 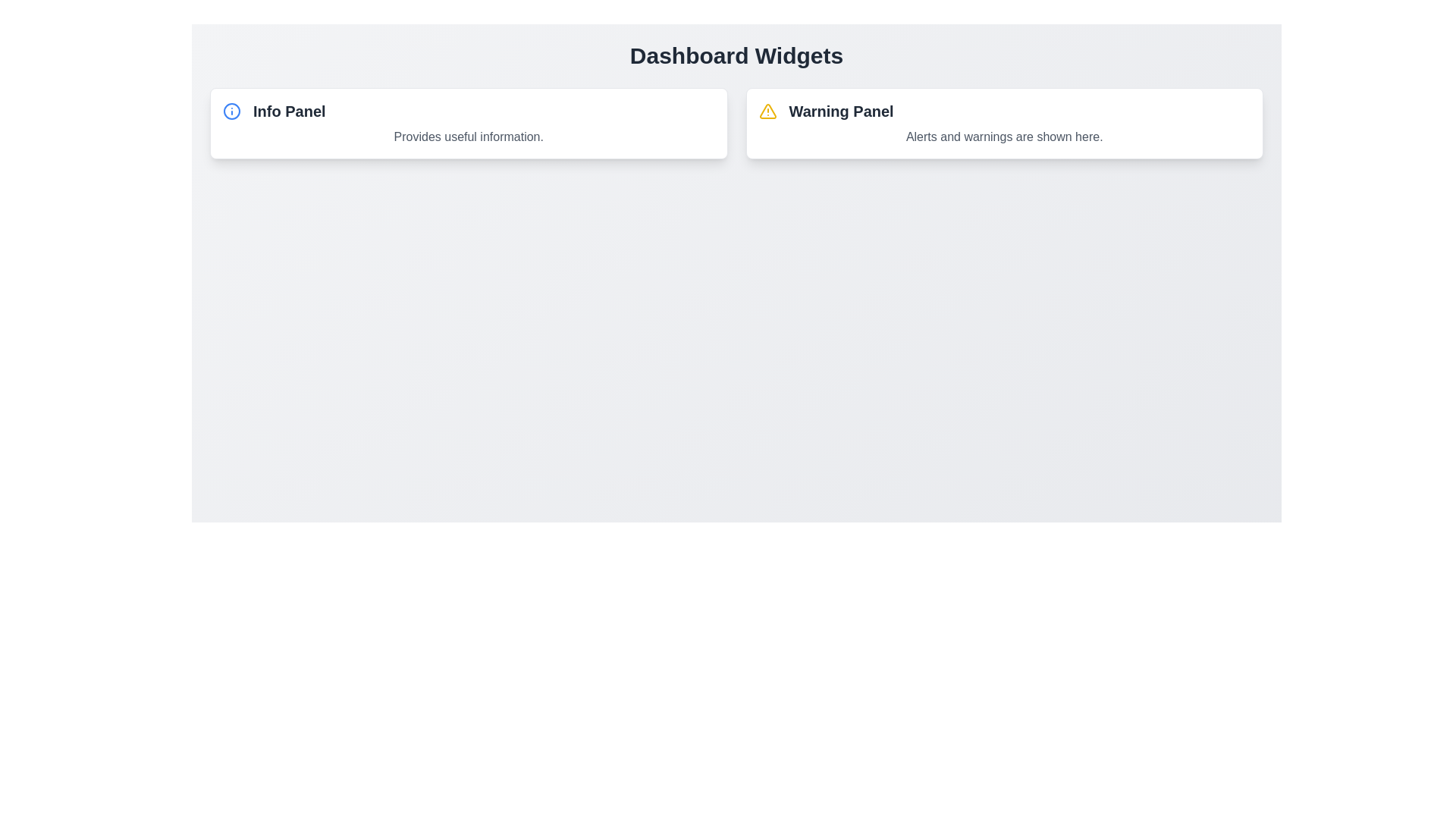 What do you see at coordinates (767, 110) in the screenshot?
I see `the warning icon located in the 'Warning Panel' card, positioned to the left of the title text 'Warning Panel'` at bounding box center [767, 110].